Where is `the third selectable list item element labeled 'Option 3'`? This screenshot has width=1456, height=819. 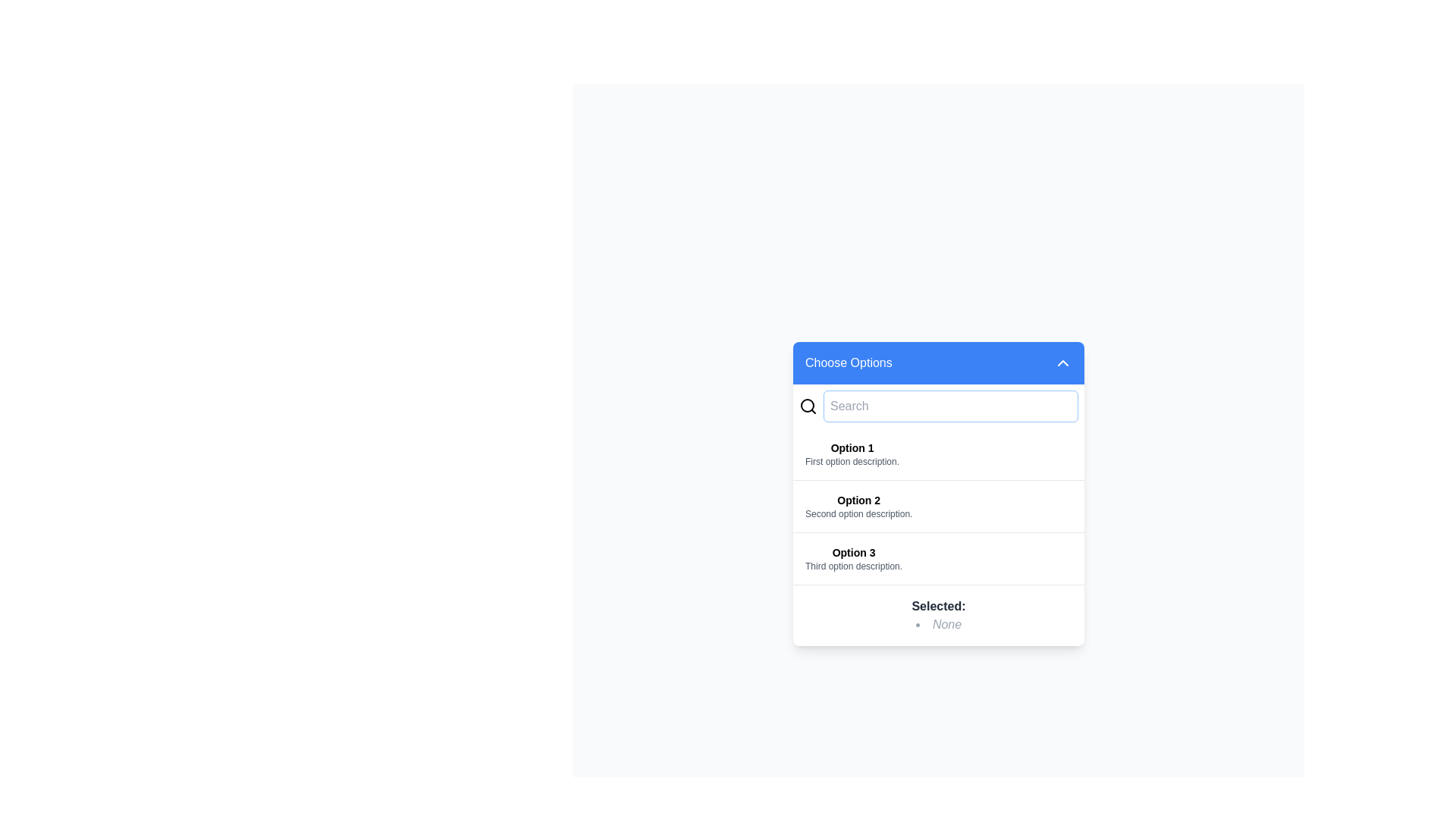 the third selectable list item element labeled 'Option 3' is located at coordinates (938, 558).